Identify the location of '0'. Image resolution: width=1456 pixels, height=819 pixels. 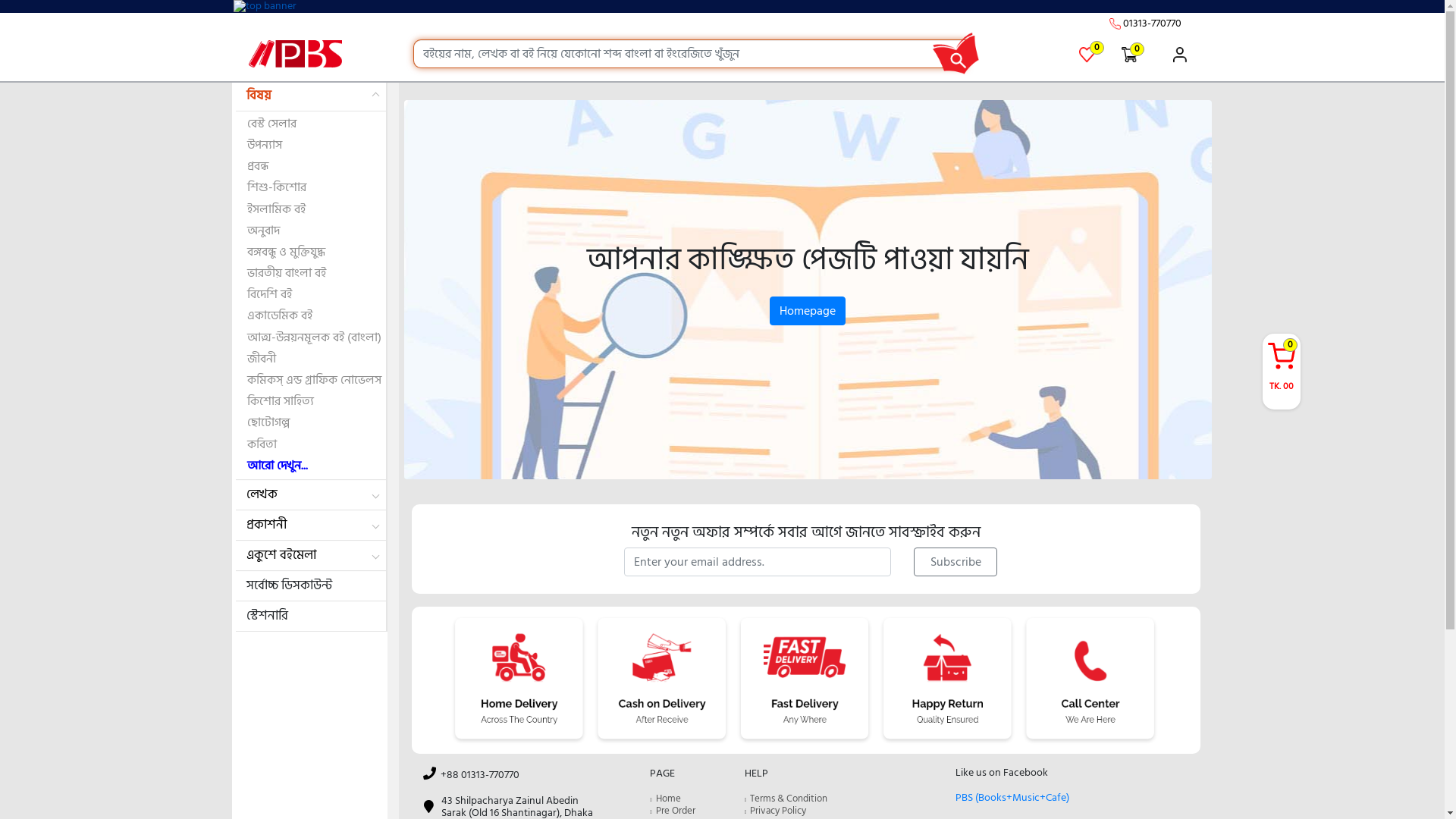
(1129, 53).